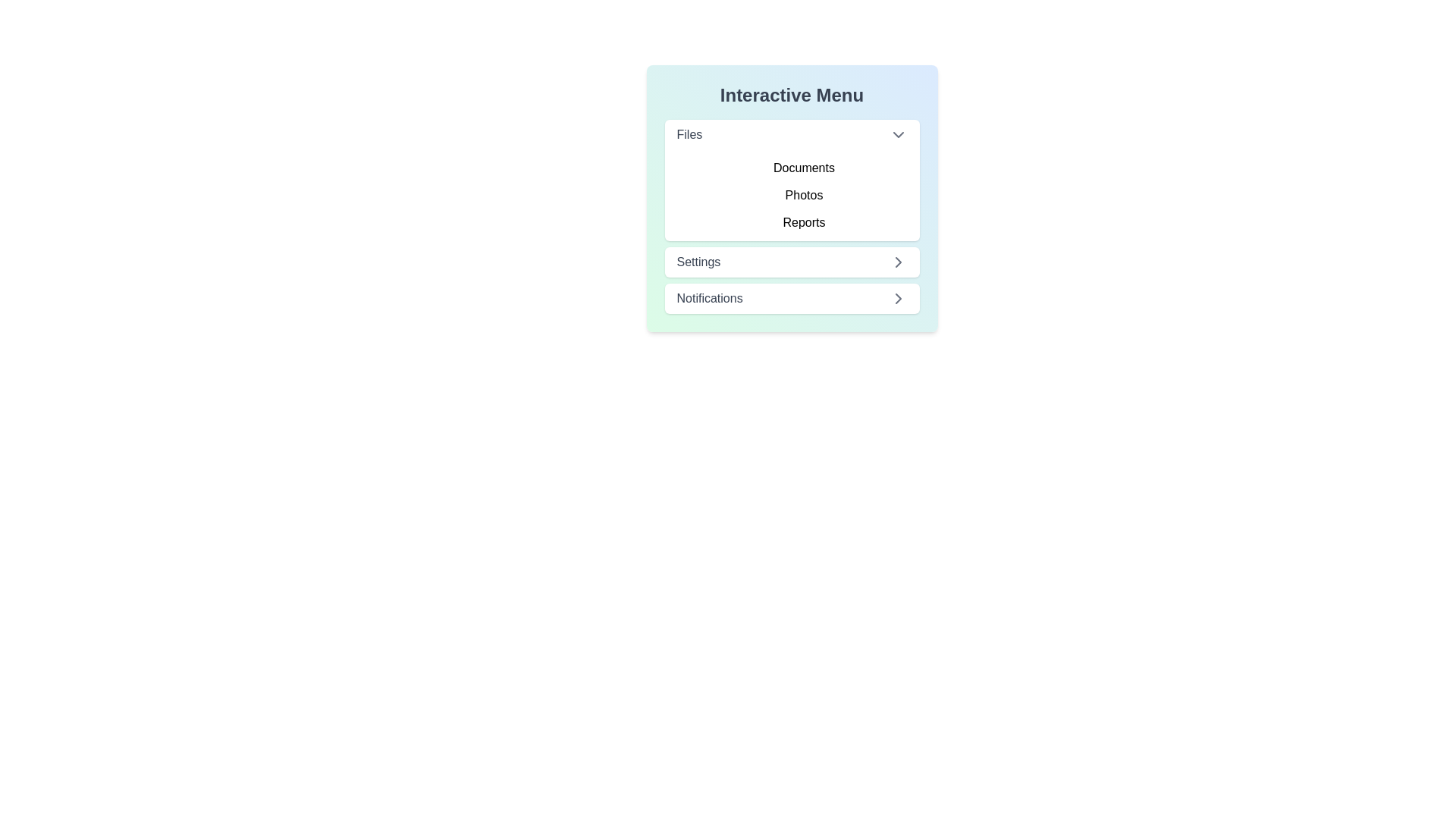  Describe the element at coordinates (898, 298) in the screenshot. I see `the chevron arrow icon located on the right edge of the 'Settings' button row to indicate that users can access more content or navigate to a different page` at that location.